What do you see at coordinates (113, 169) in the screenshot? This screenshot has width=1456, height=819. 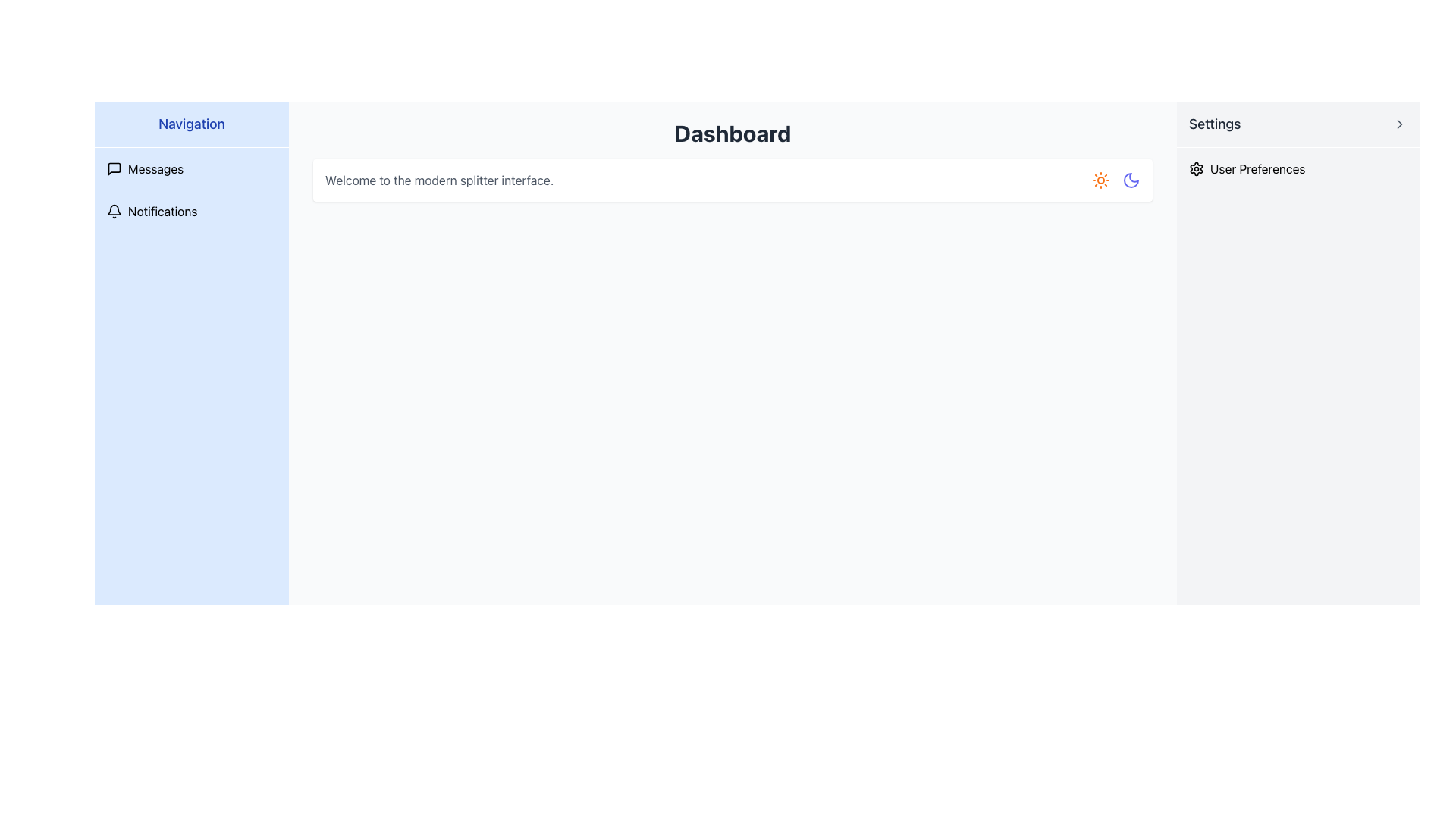 I see `the speech bubble icon located to the left of the 'Messages' text in the navigation panel` at bounding box center [113, 169].